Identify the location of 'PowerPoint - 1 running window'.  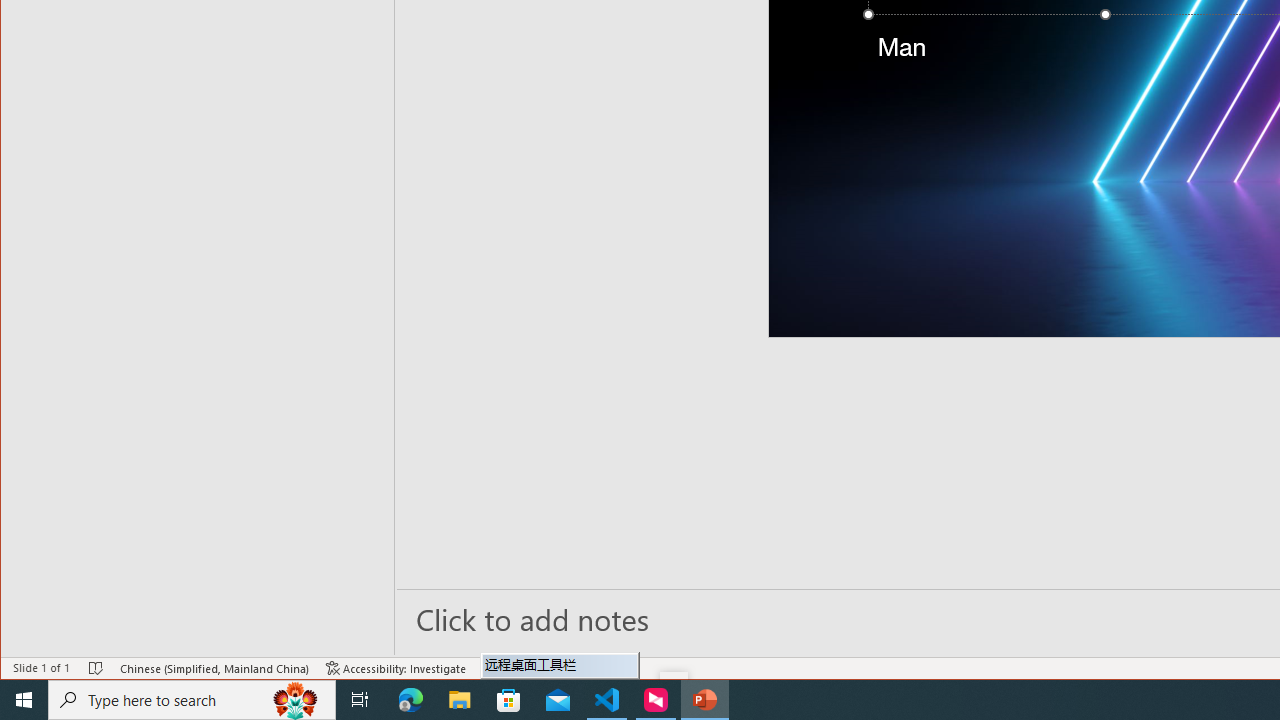
(705, 698).